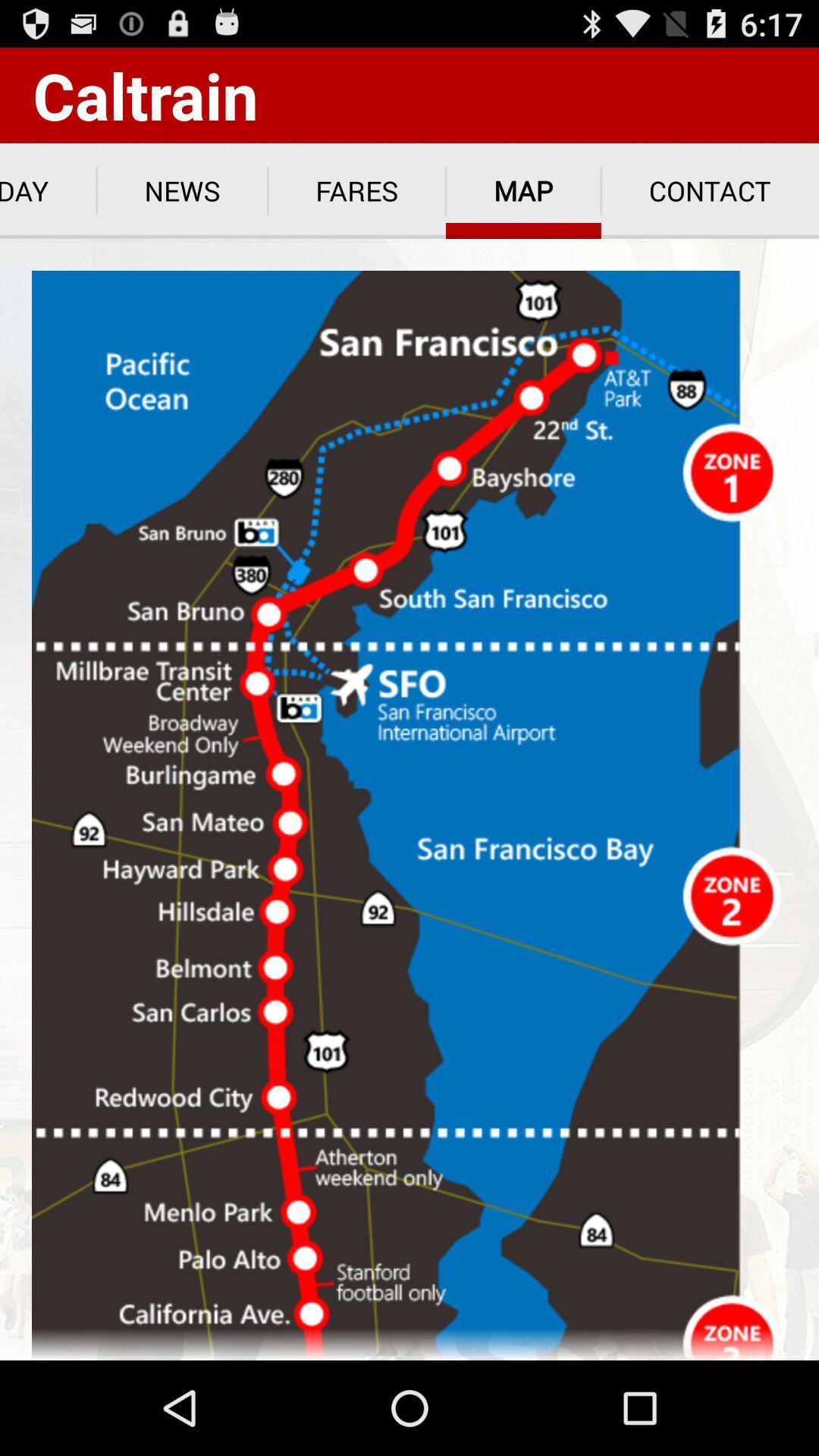  I want to click on today item, so click(47, 190).